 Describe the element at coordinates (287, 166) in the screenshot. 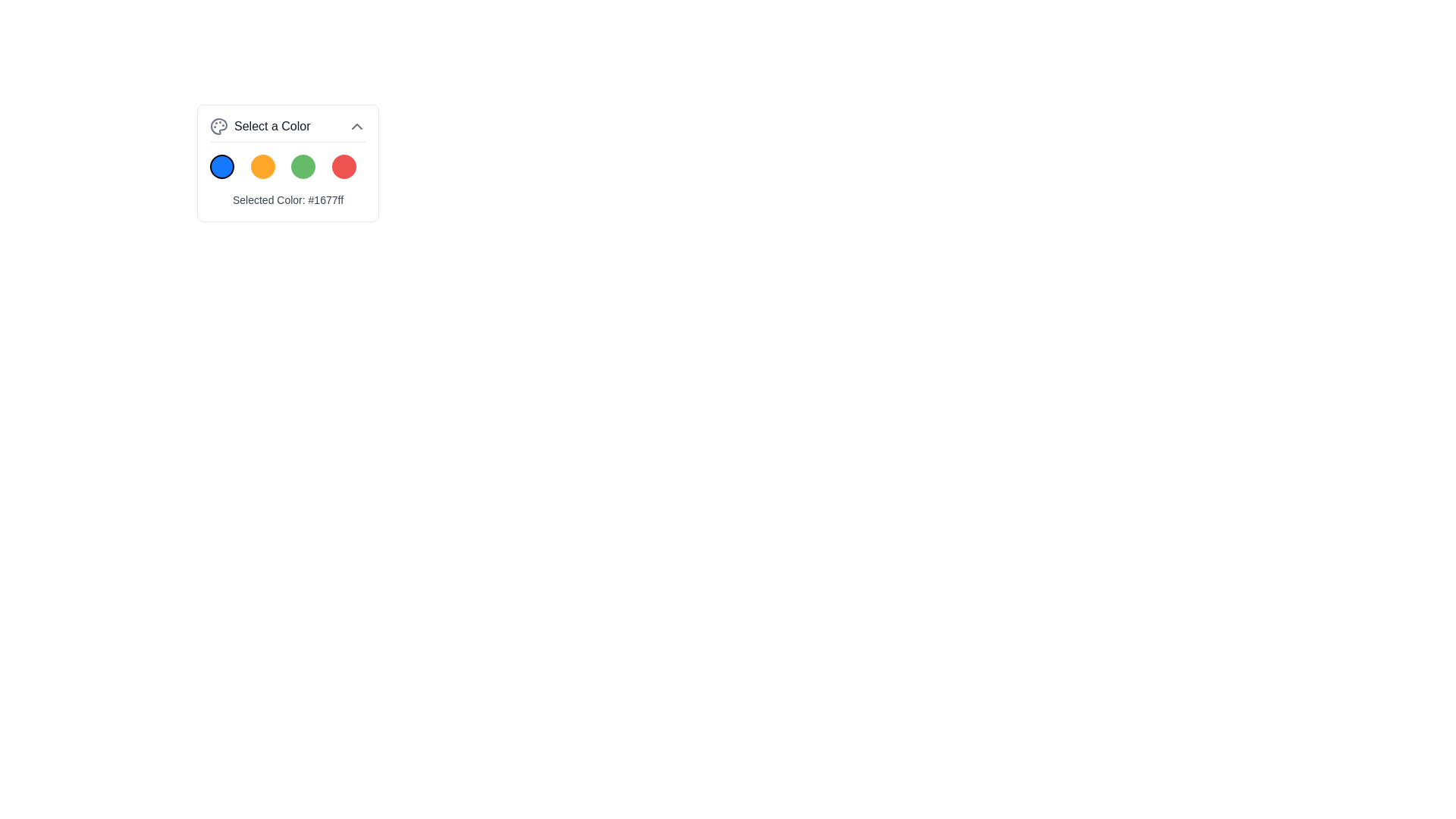

I see `any of the circular color buttons in the color selection grid located centrally below the title 'Select a Color'` at that location.